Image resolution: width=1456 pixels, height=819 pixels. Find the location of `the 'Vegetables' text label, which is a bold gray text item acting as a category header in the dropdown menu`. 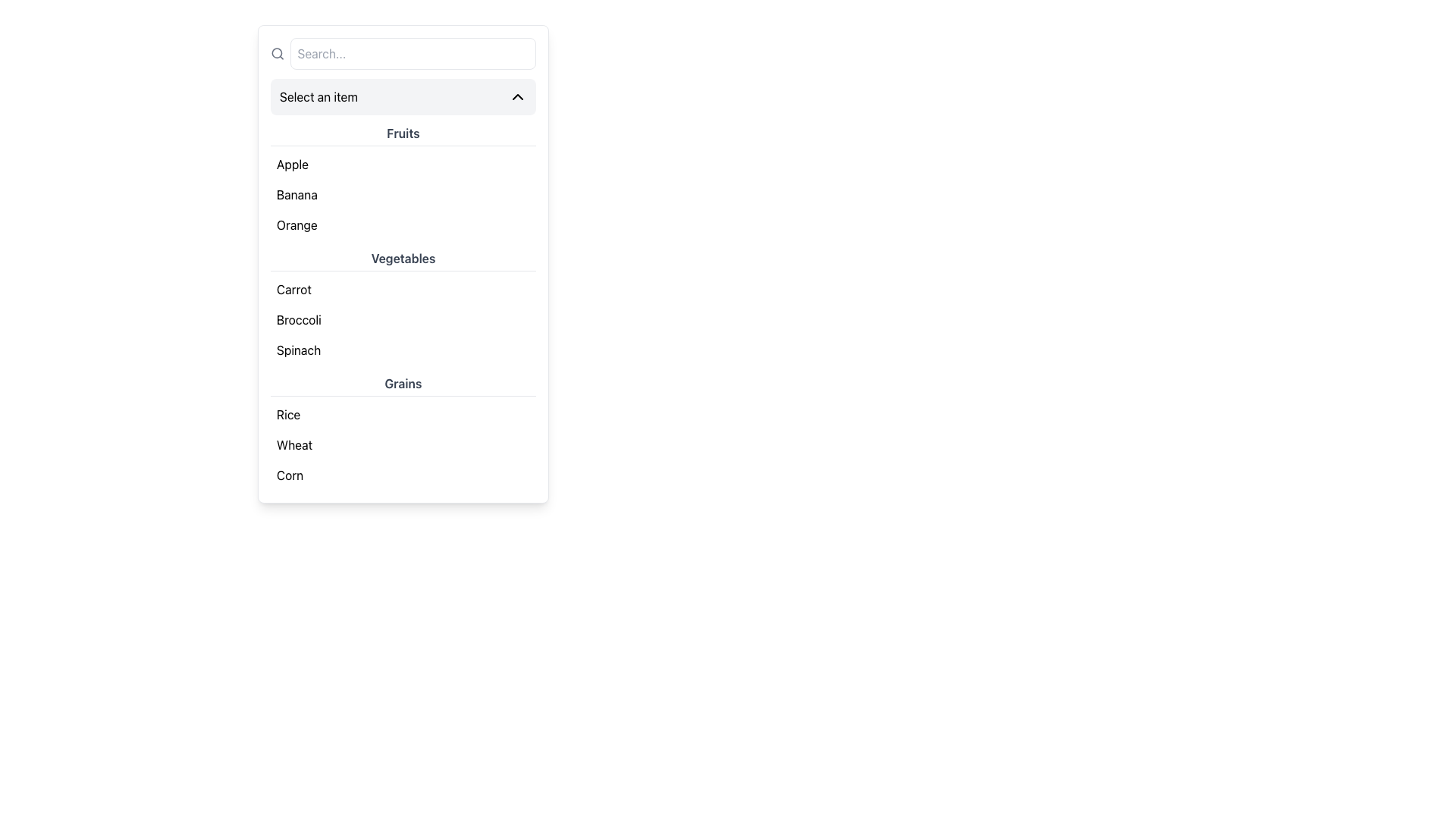

the 'Vegetables' text label, which is a bold gray text item acting as a category header in the dropdown menu is located at coordinates (403, 259).